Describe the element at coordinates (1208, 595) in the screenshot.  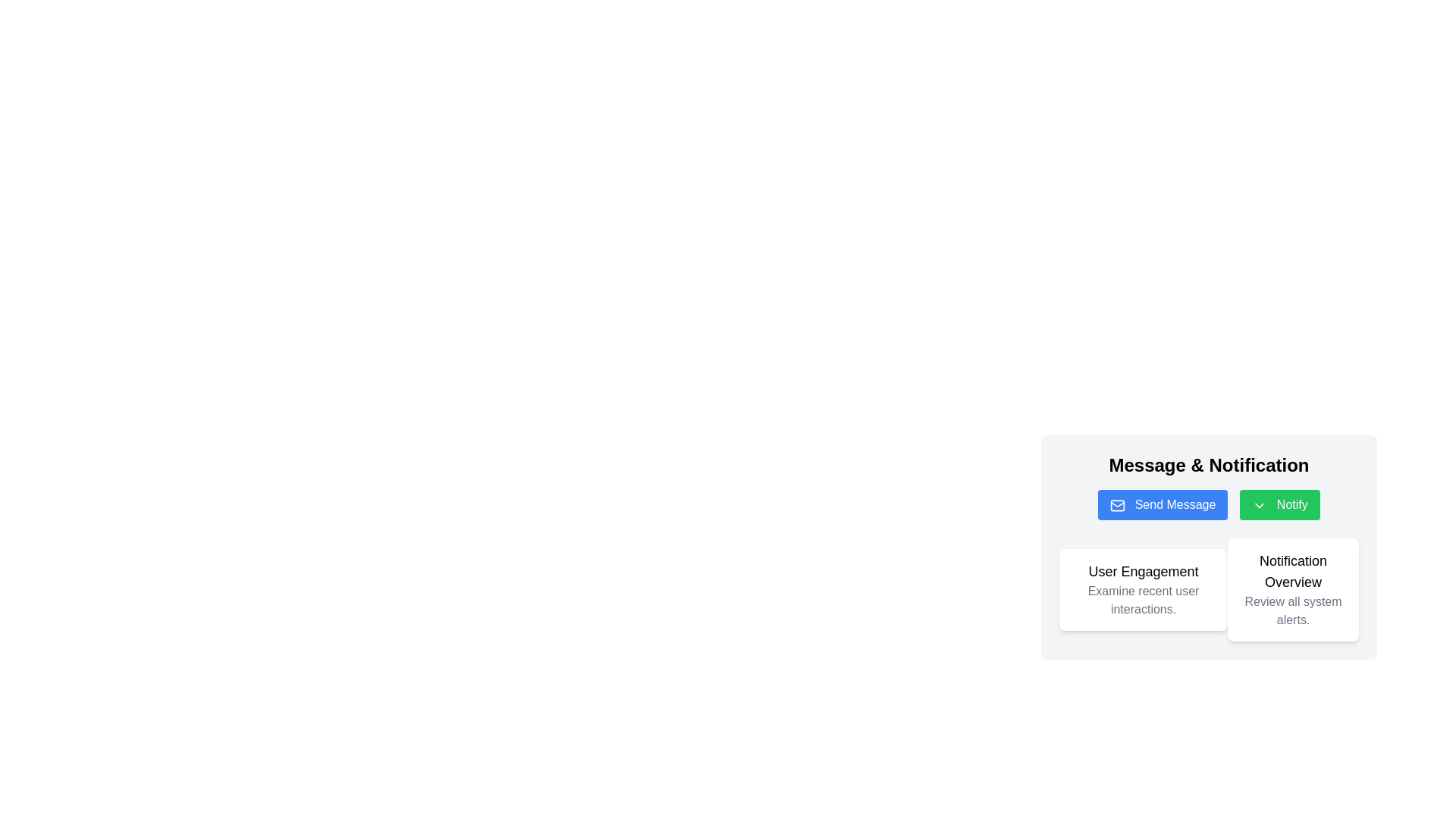
I see `the Informational Card, which is the left card in a row of two, positioned under the 'Send Message' and 'Notify' buttons` at that location.